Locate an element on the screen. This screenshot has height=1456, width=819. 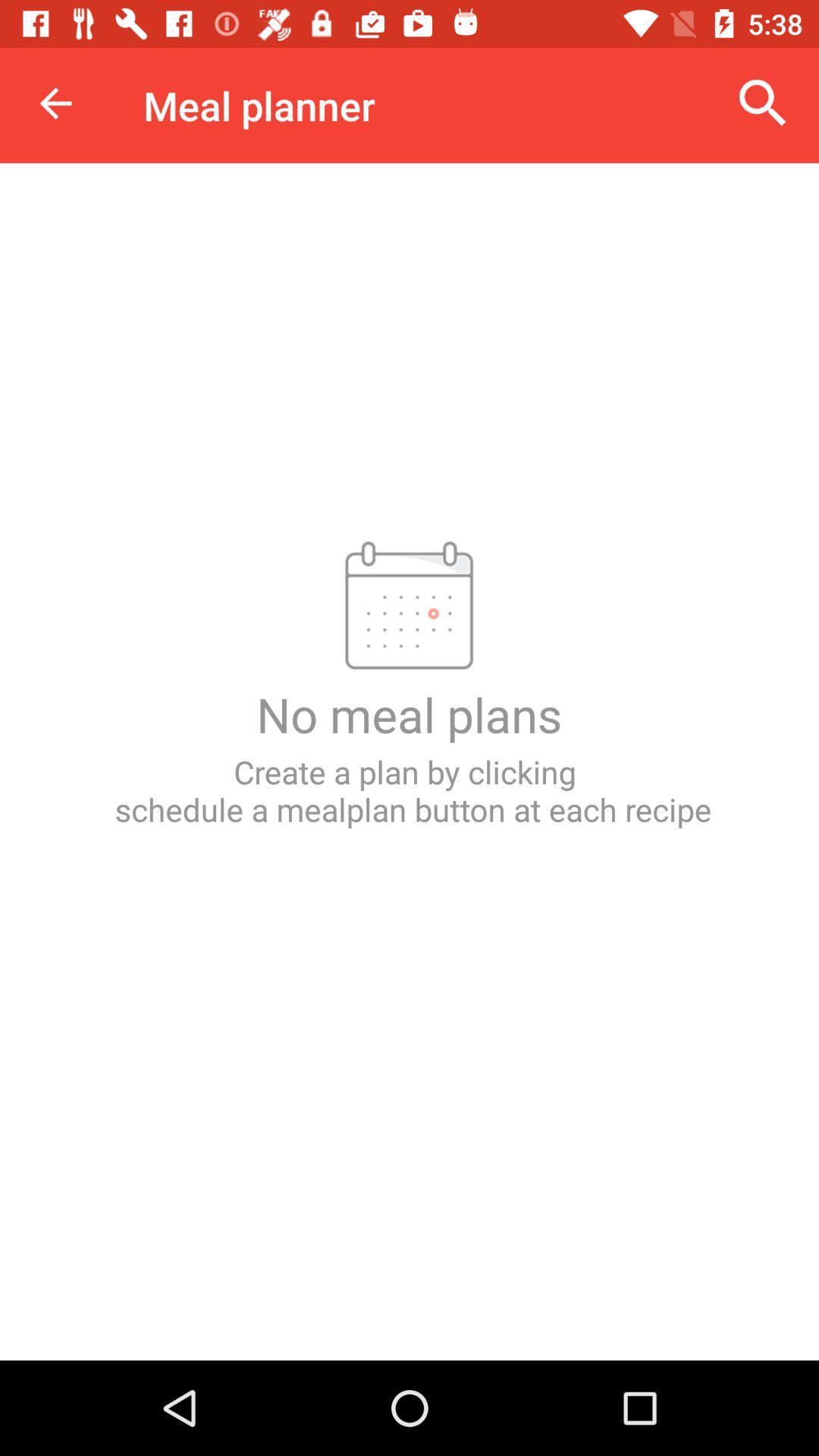
icon to the left of the meal planner item is located at coordinates (55, 102).